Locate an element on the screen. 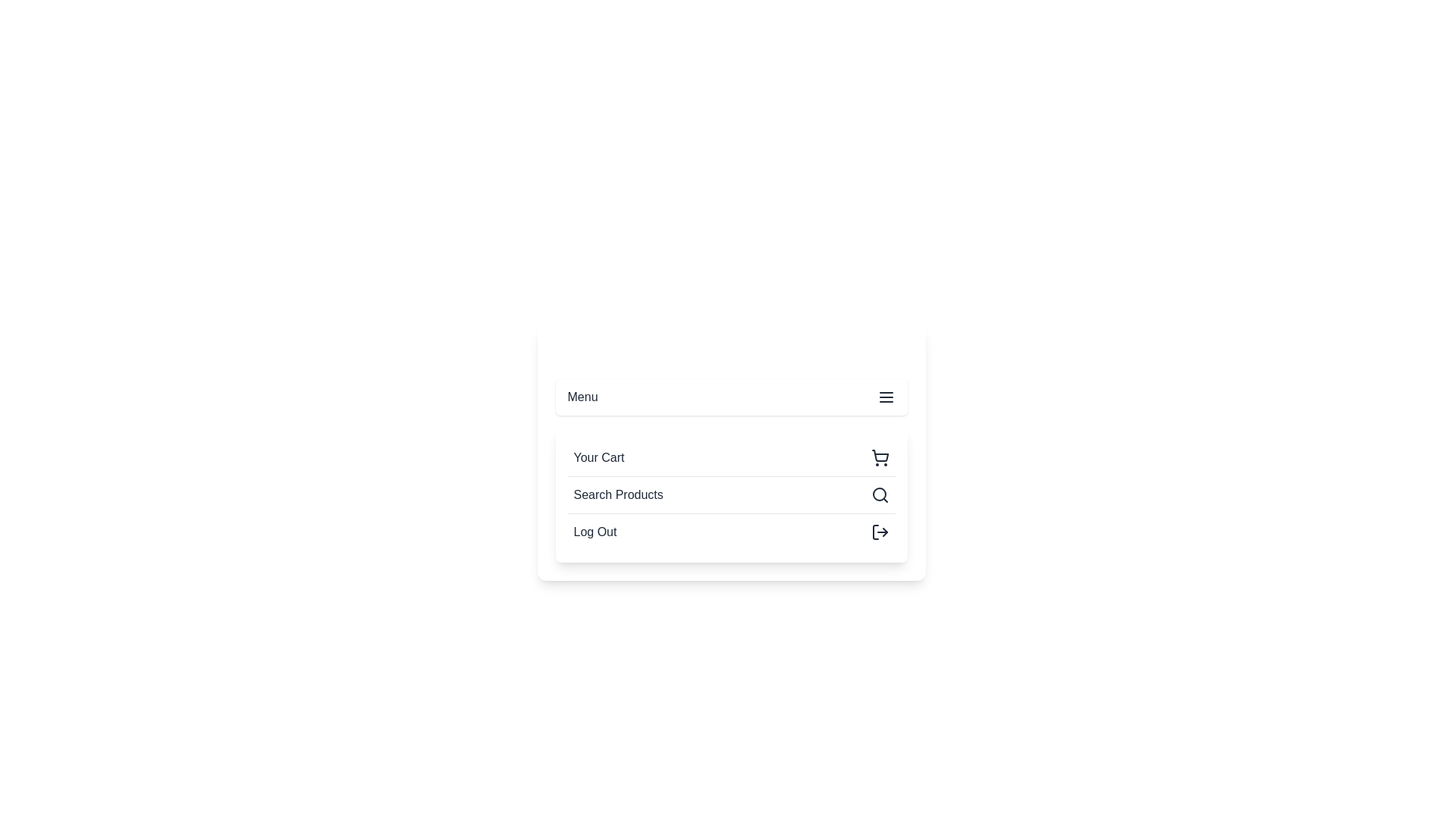 Image resolution: width=1456 pixels, height=819 pixels. the search icon button located at the far-right side of the 'Search Products' menu item in the dropdown list for further keyboard interaction is located at coordinates (880, 494).